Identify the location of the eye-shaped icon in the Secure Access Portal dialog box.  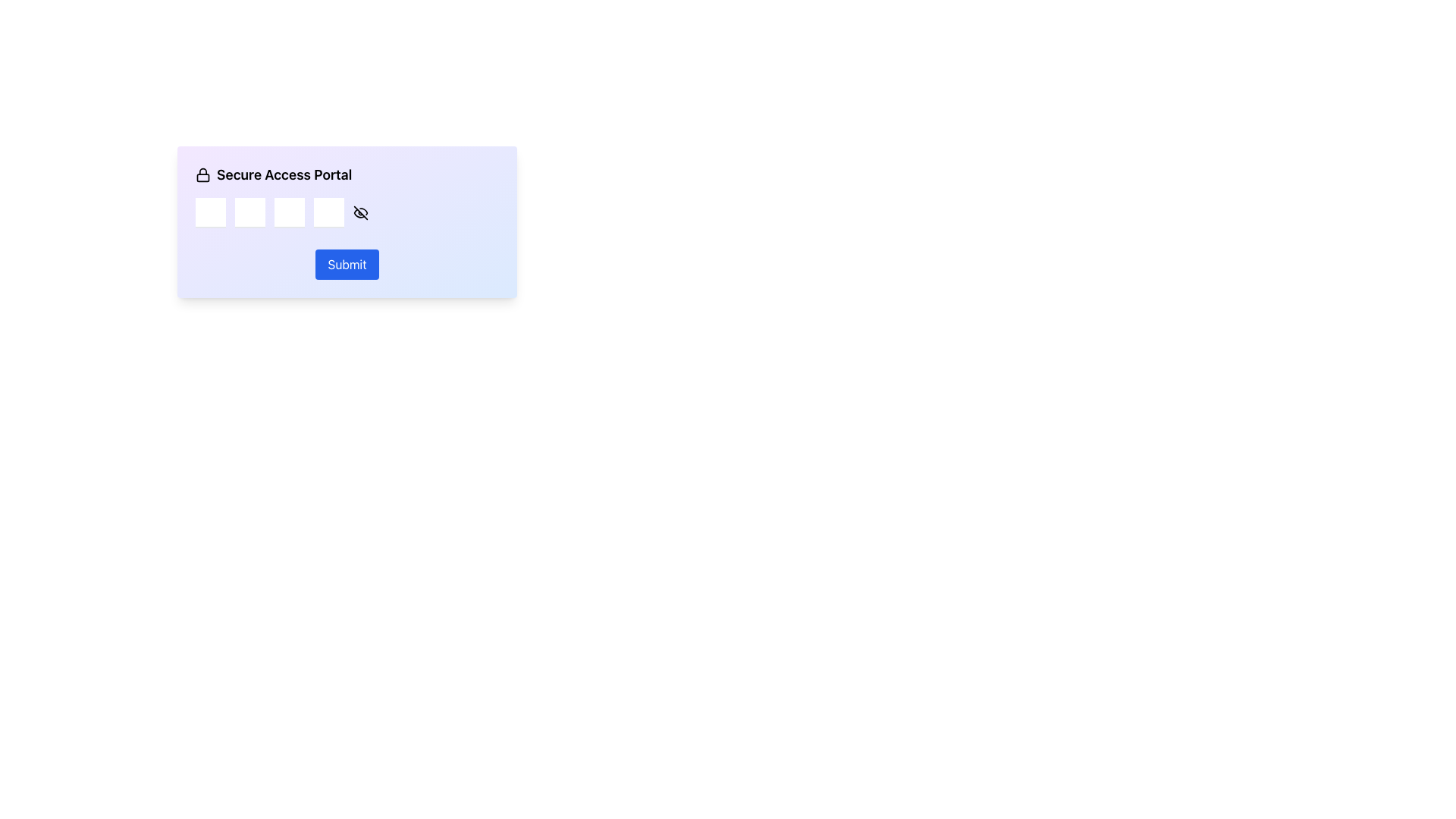
(346, 213).